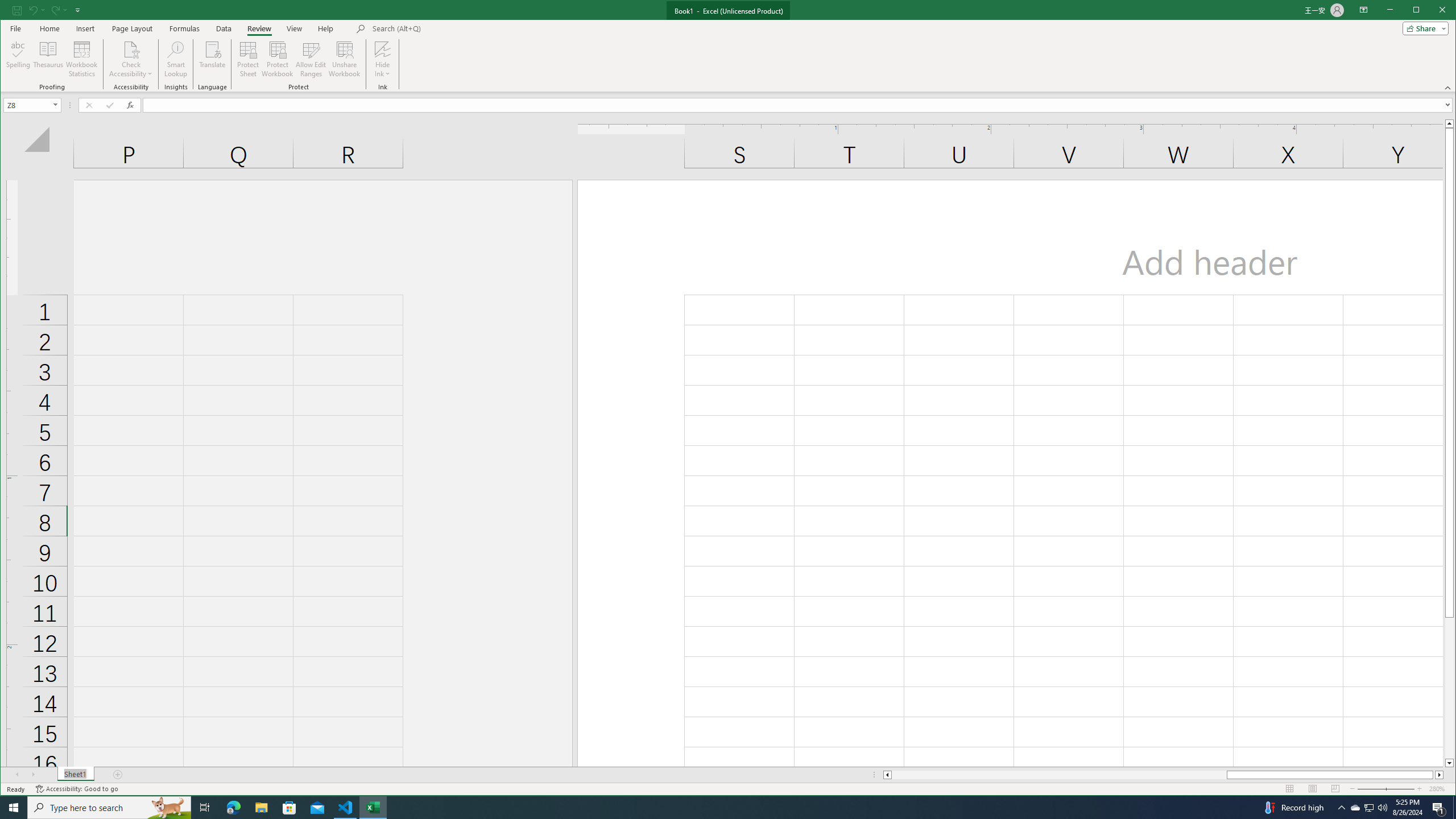 The height and width of the screenshot is (819, 1456). Describe the element at coordinates (167, 806) in the screenshot. I see `'Search highlights icon opens search home window'` at that location.